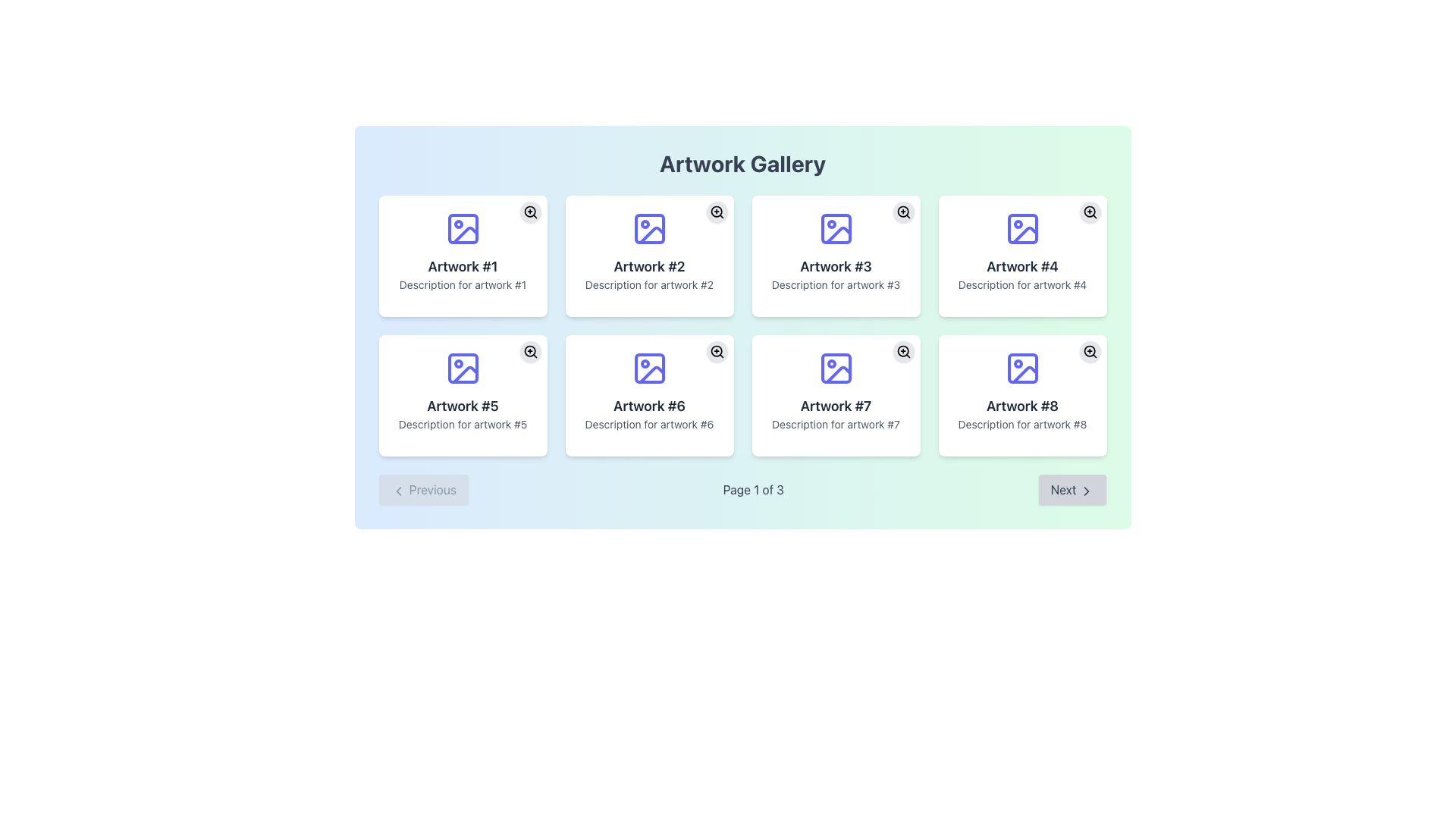 This screenshot has height=819, width=1456. Describe the element at coordinates (649, 369) in the screenshot. I see `the decorative icon representing artwork #6, located in the sixth card of the grid layout, positioned near the top center above the title text` at that location.